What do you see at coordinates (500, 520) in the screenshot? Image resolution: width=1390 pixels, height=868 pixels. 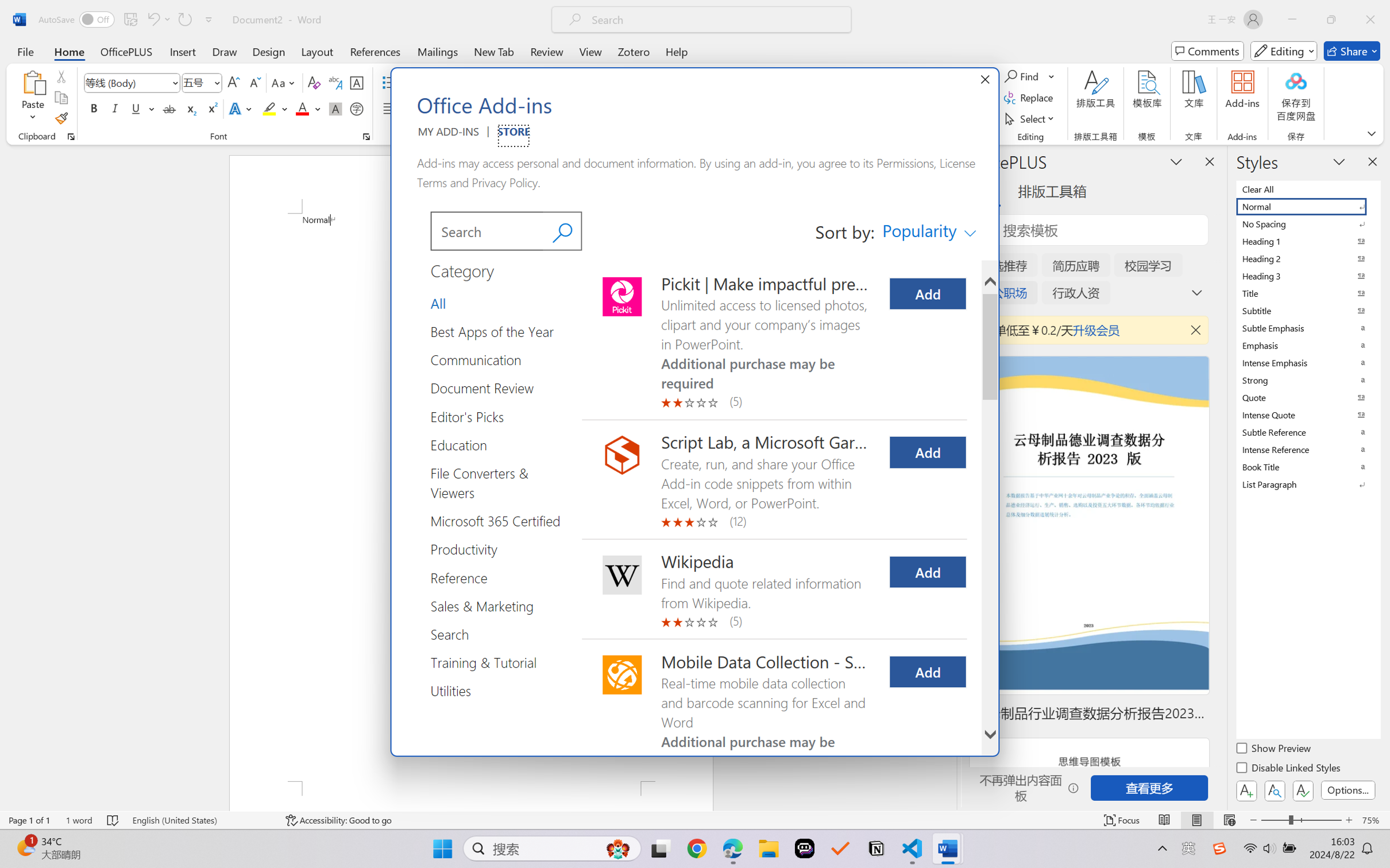 I see `'Category Group Microsoft 365 Certified 8 of 14'` at bounding box center [500, 520].